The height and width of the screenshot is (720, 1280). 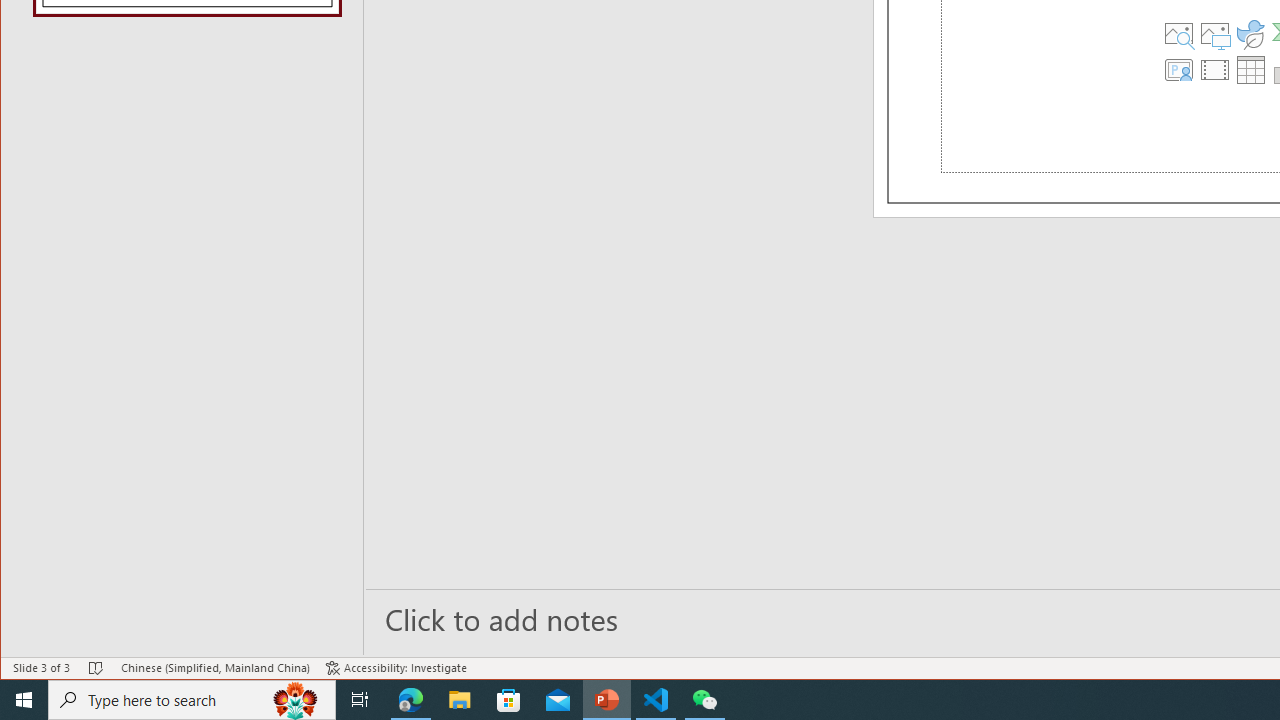 What do you see at coordinates (606, 698) in the screenshot?
I see `'PowerPoint - 1 running window'` at bounding box center [606, 698].